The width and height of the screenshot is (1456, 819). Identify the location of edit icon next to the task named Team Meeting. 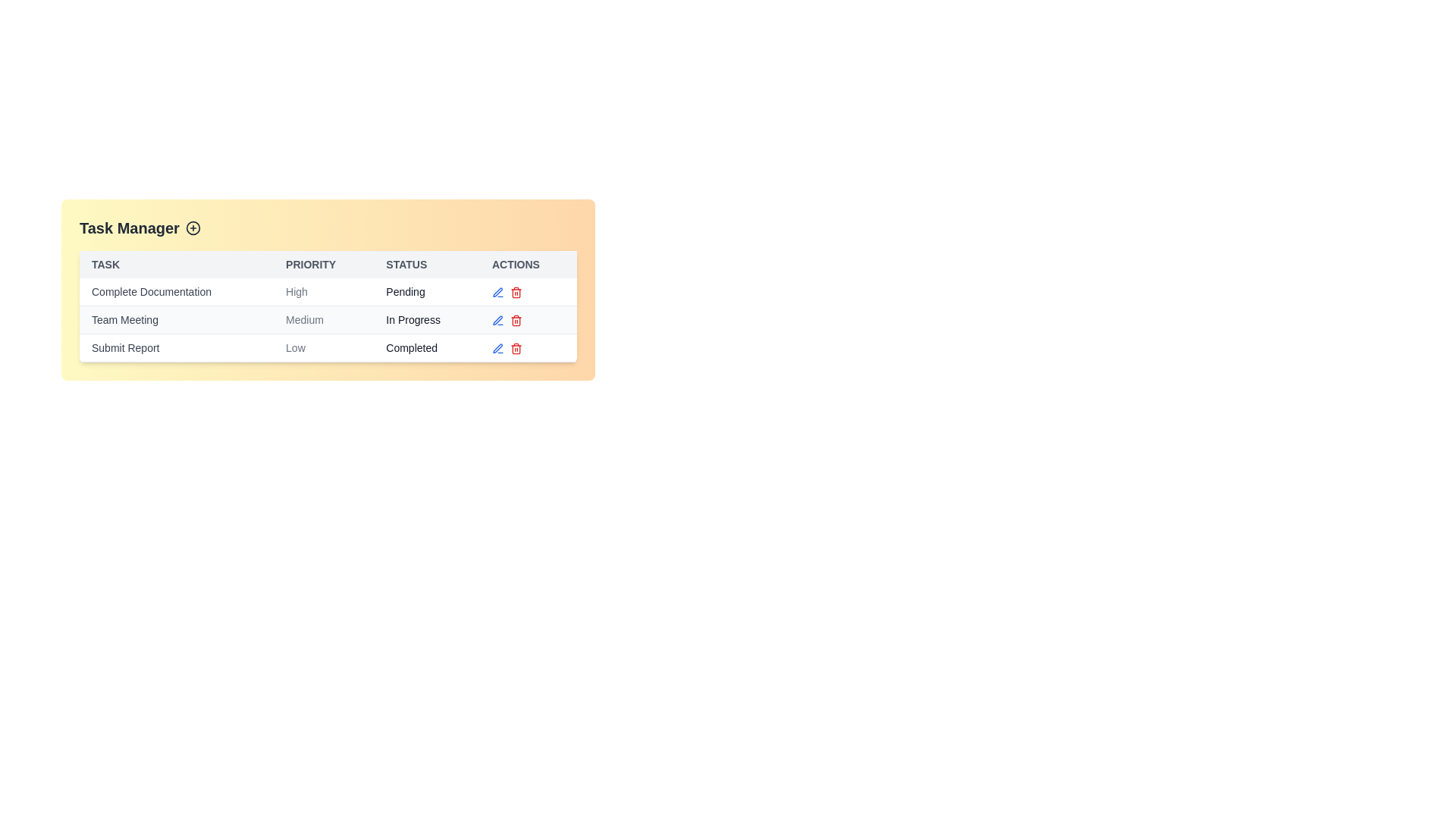
(498, 318).